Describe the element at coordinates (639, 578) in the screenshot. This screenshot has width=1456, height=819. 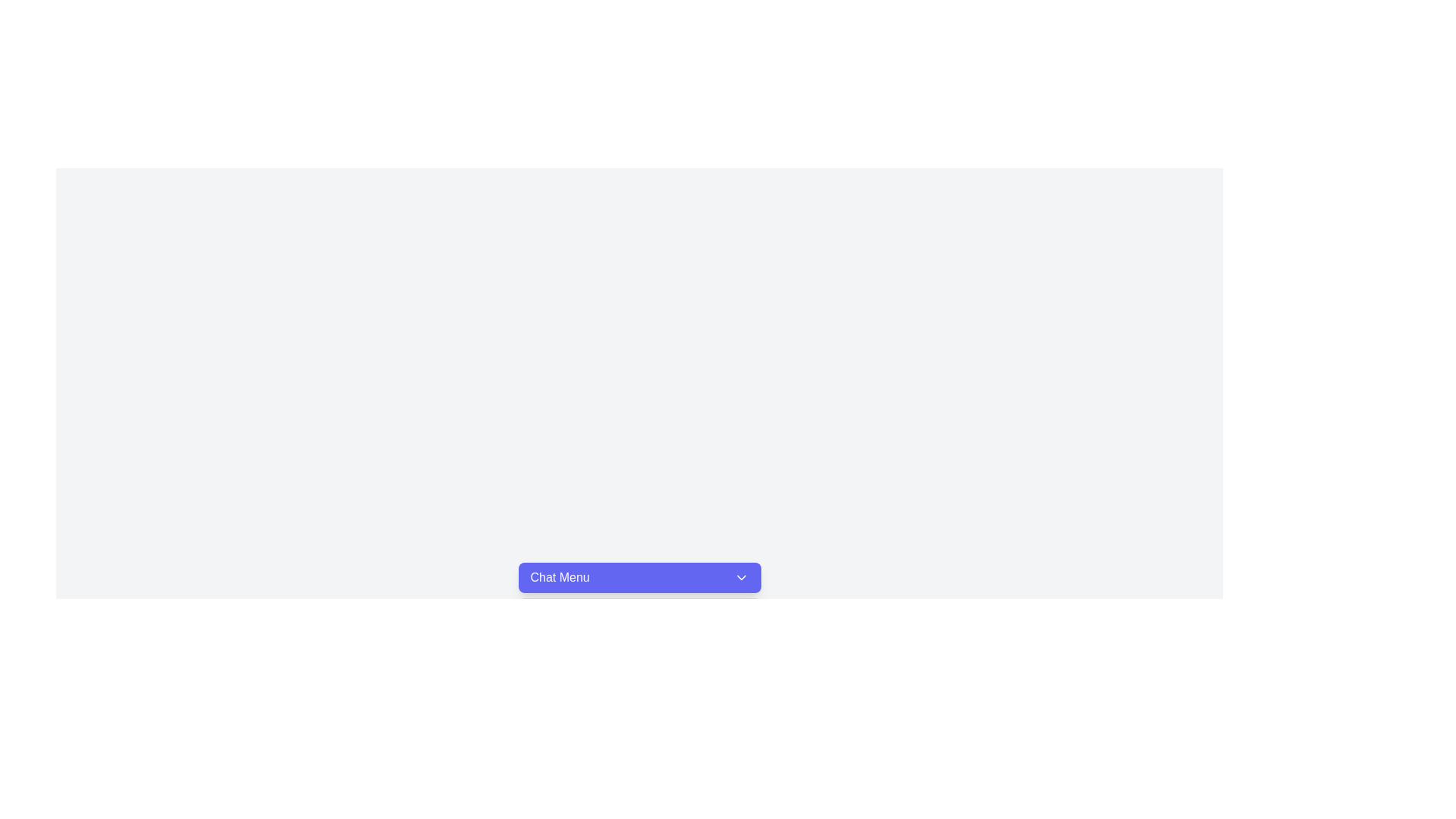
I see `the menu trigger button located near the center-bottom of the interface` at that location.